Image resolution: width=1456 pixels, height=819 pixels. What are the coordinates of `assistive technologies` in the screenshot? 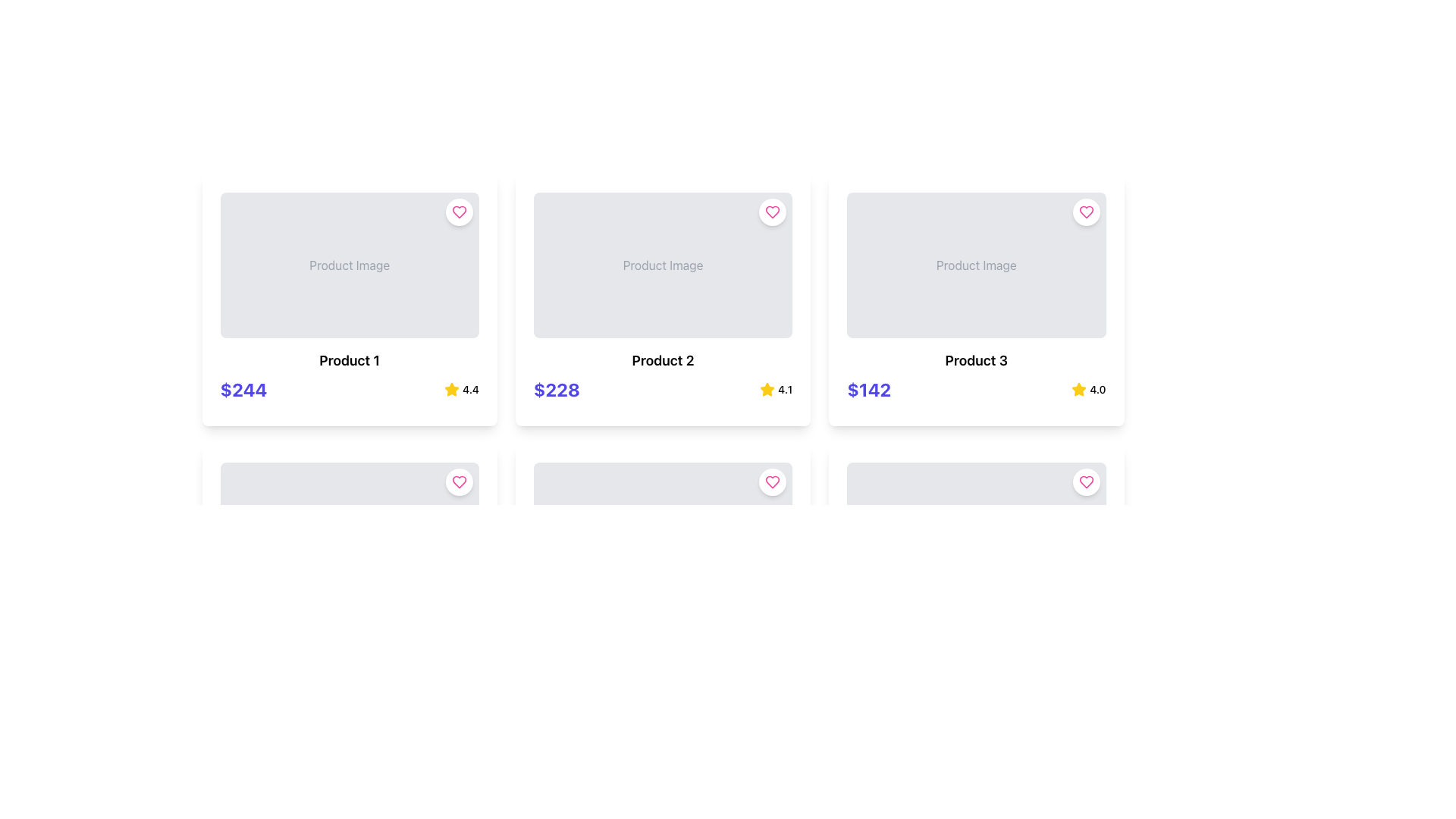 It's located at (869, 388).